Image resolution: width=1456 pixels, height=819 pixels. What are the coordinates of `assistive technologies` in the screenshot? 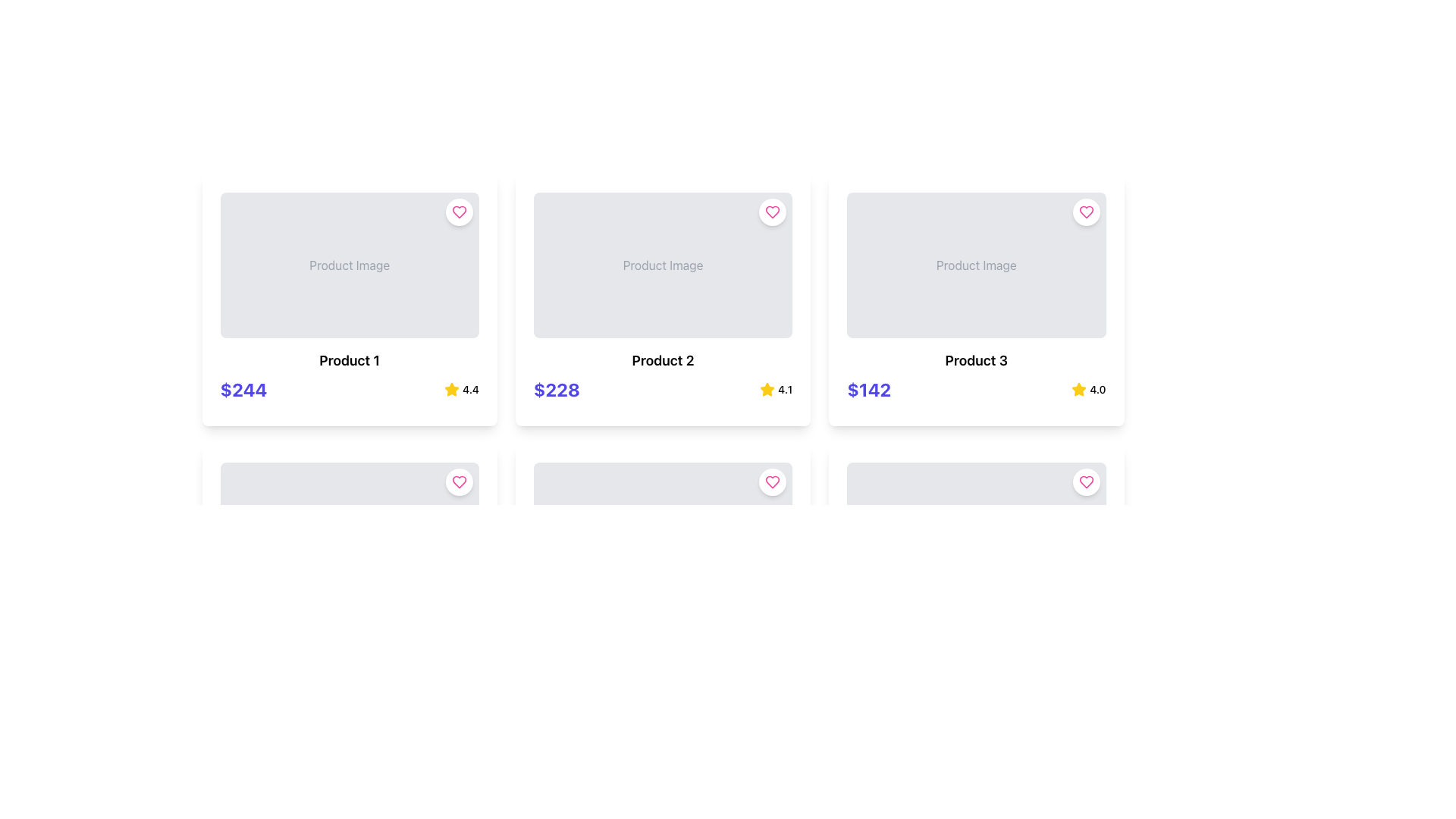 It's located at (869, 388).